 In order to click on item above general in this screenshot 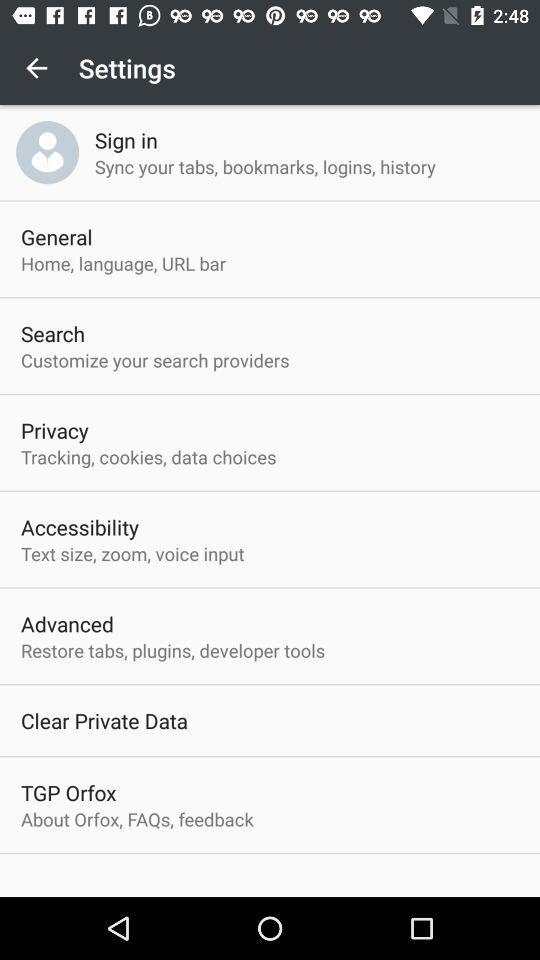, I will do `click(47, 151)`.